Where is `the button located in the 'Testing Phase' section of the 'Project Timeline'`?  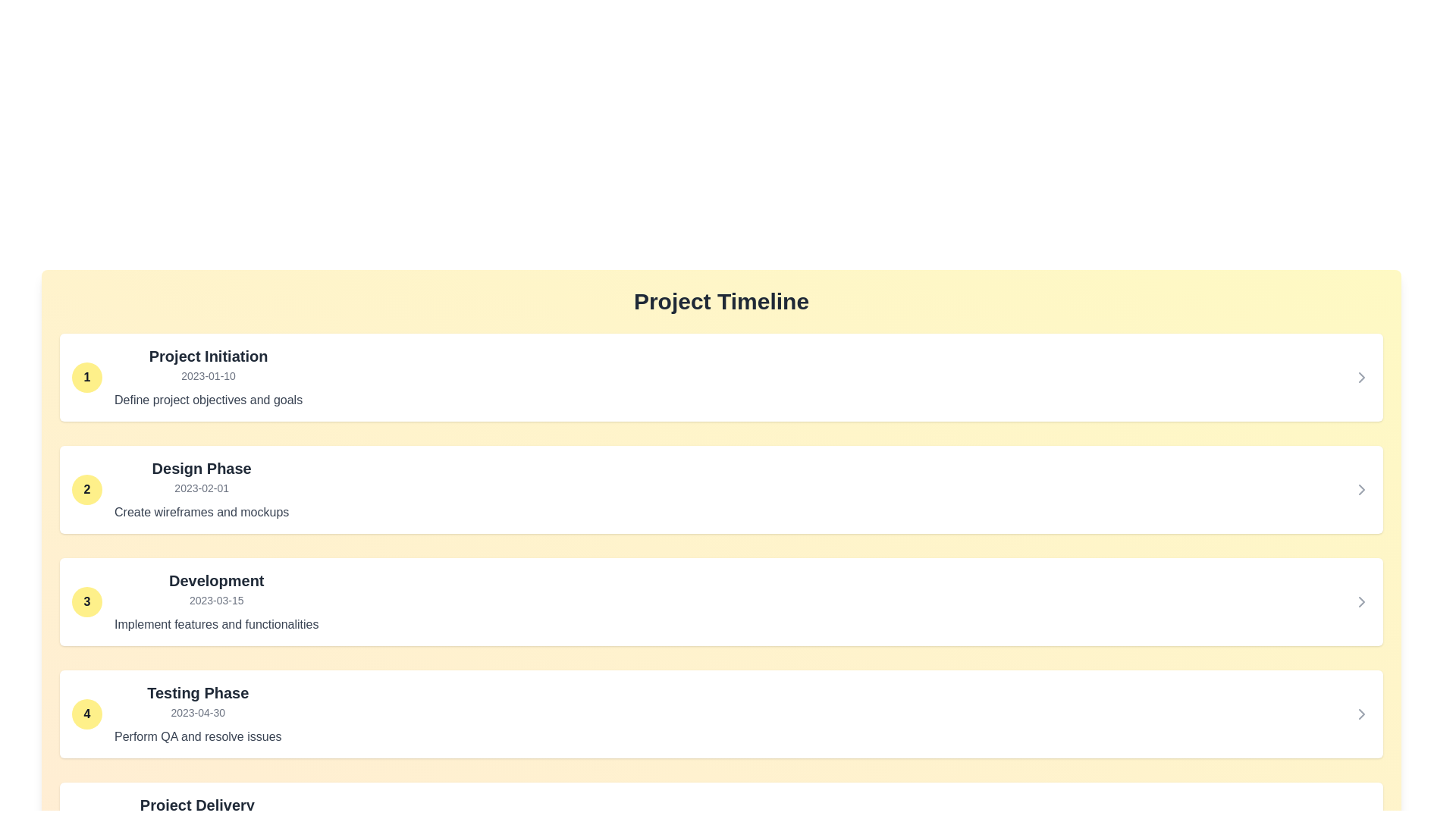
the button located in the 'Testing Phase' section of the 'Project Timeline' is located at coordinates (1361, 714).